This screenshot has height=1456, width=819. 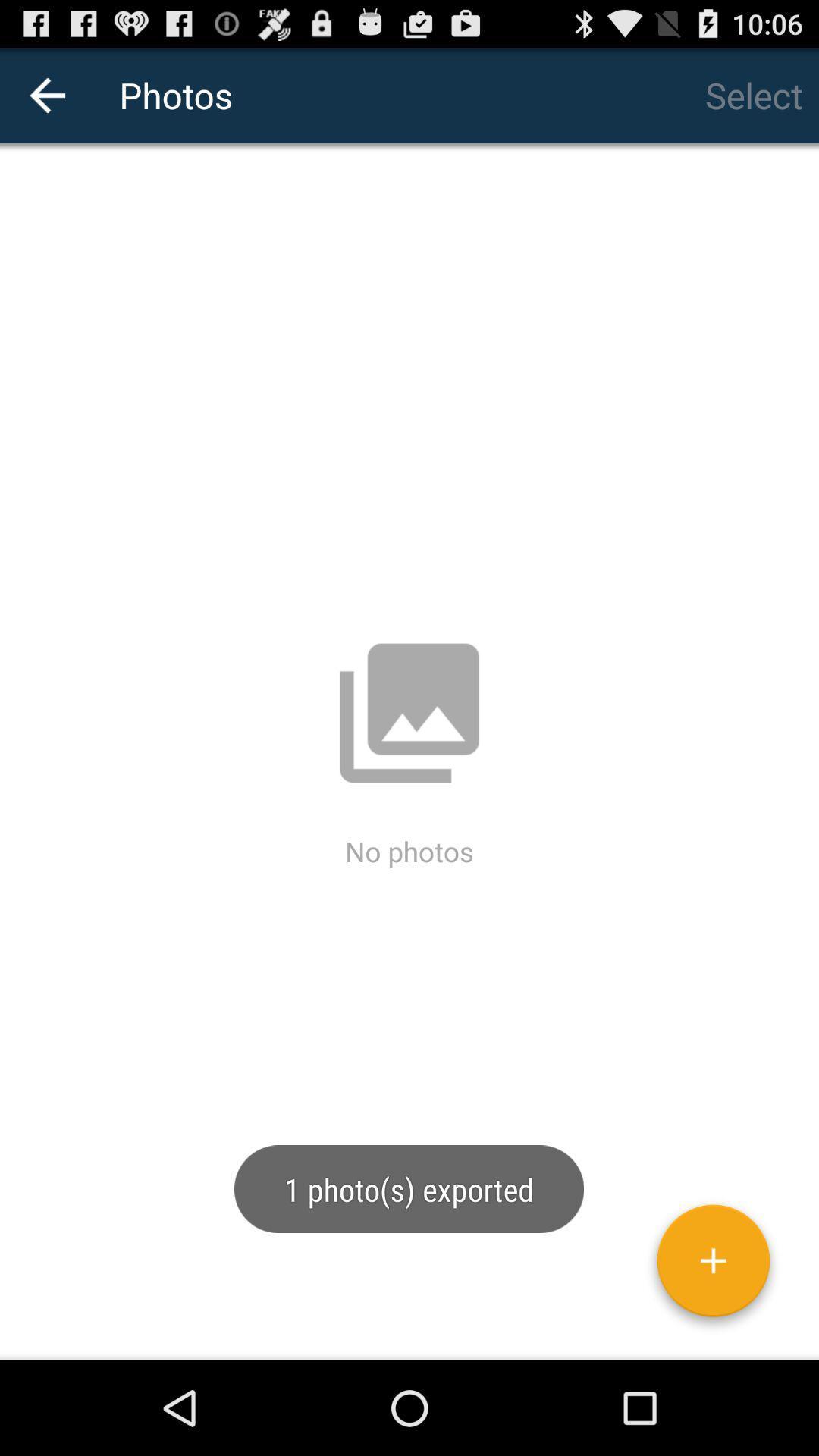 What do you see at coordinates (713, 1355) in the screenshot?
I see `the add icon` at bounding box center [713, 1355].